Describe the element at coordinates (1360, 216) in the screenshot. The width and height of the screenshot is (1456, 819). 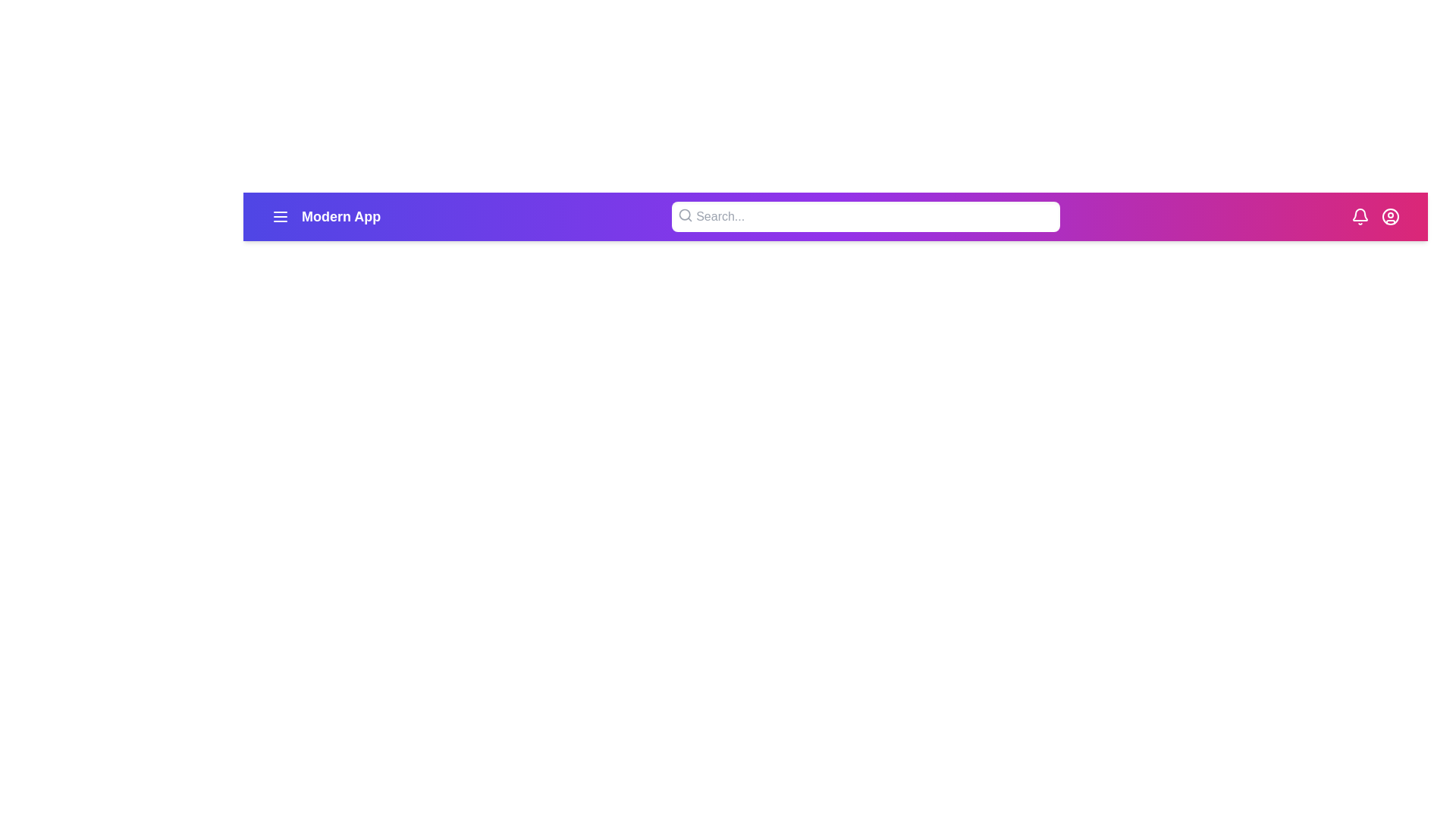
I see `the bell icon to receive notifications` at that location.